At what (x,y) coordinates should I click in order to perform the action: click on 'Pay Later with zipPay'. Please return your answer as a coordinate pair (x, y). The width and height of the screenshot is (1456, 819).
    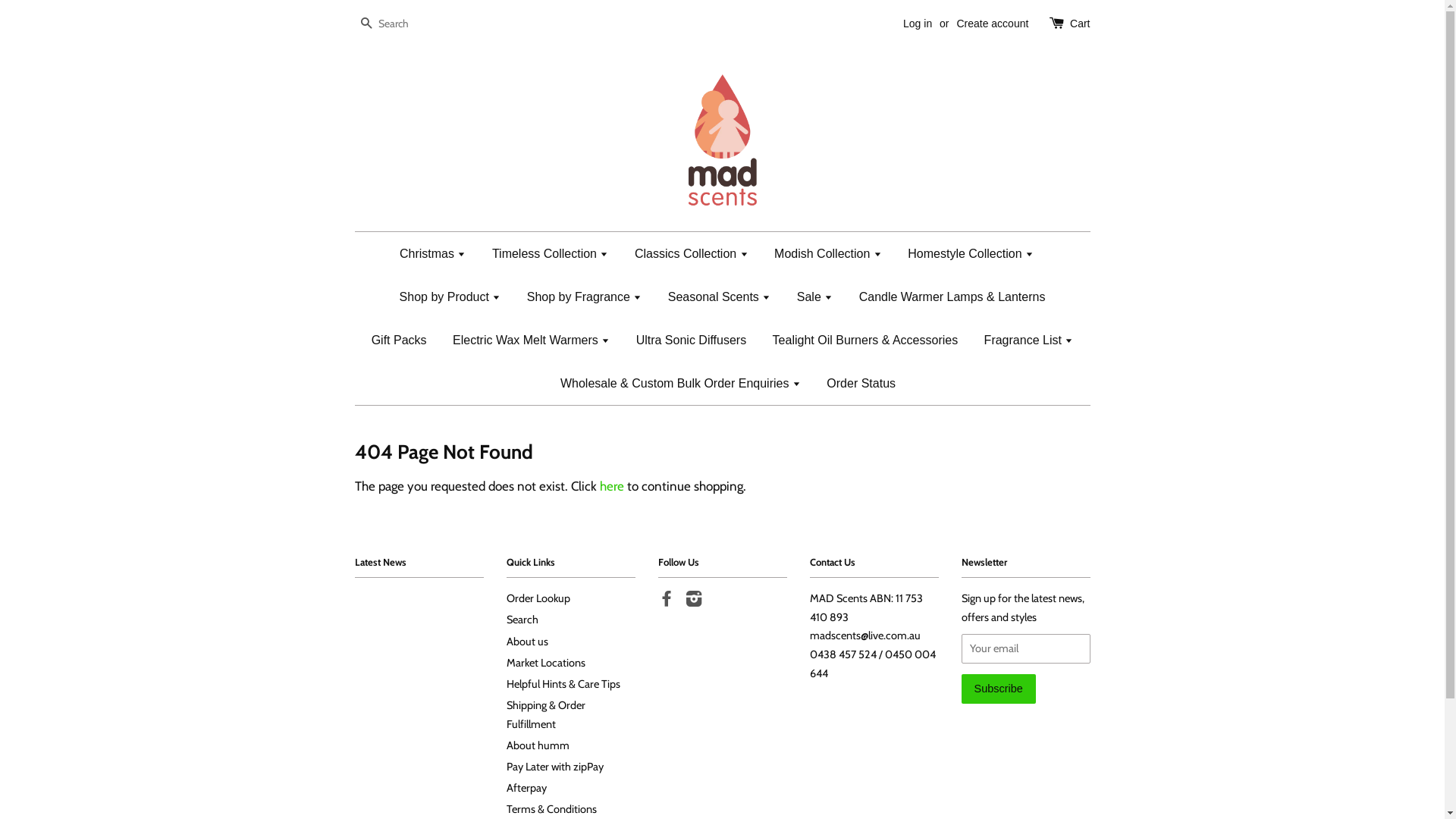
    Looking at the image, I should click on (554, 766).